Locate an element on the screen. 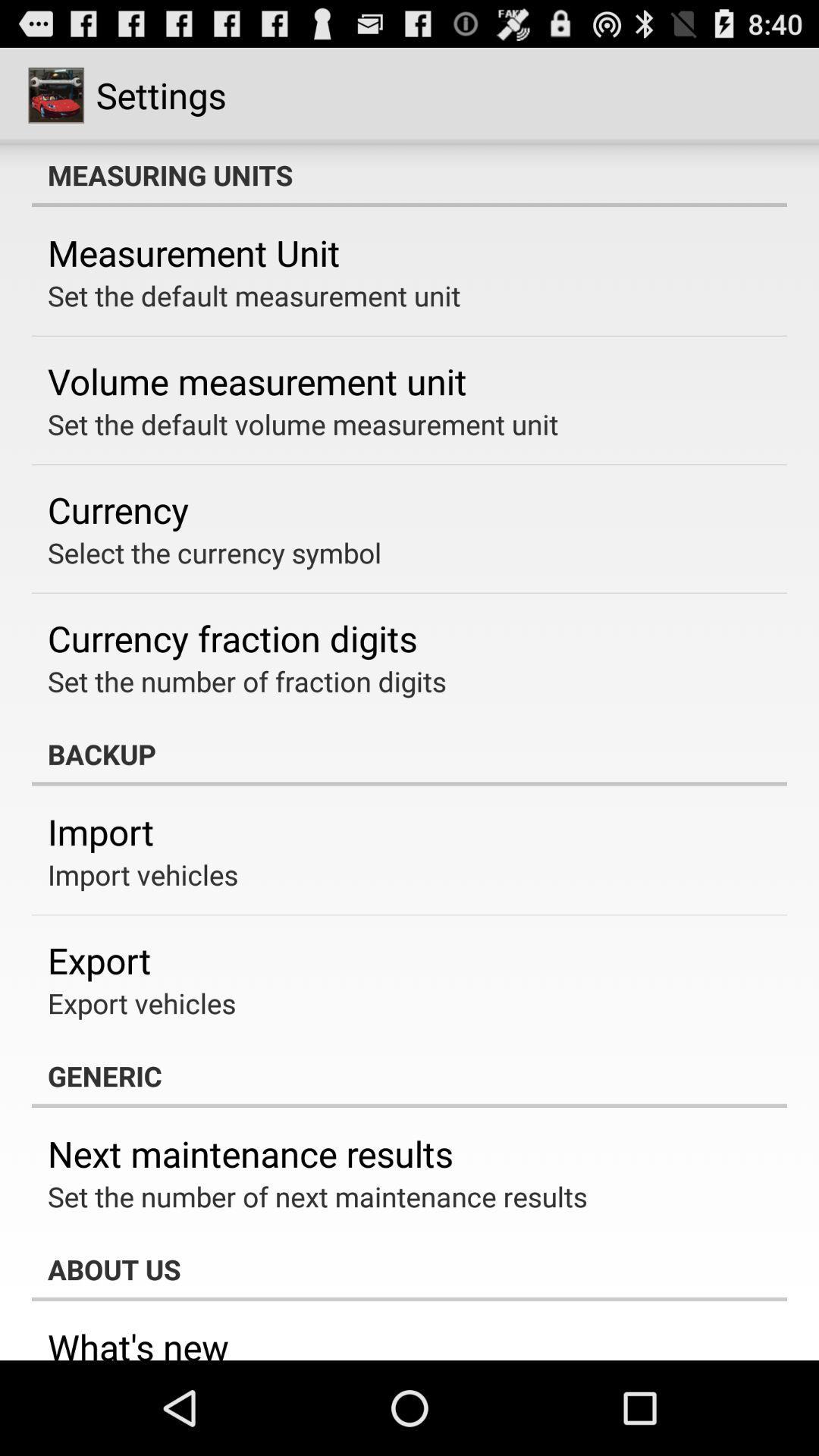 The image size is (819, 1456). what's new icon is located at coordinates (138, 1341).